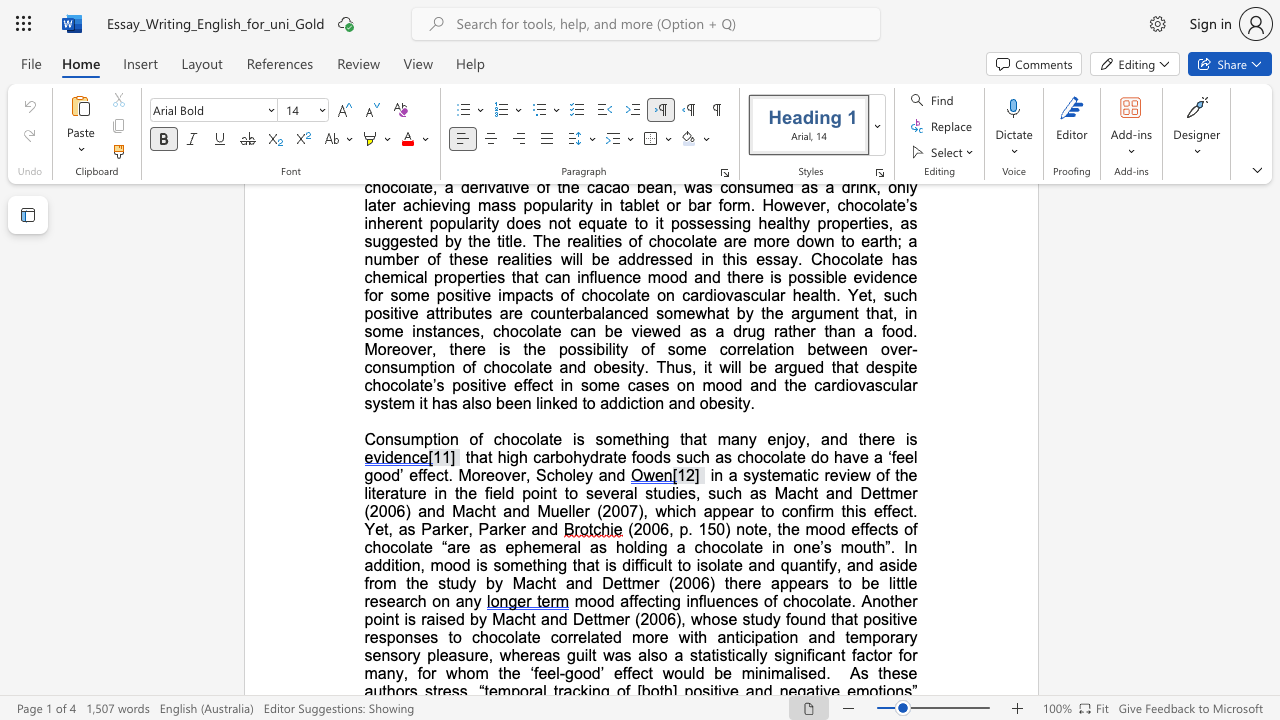 The width and height of the screenshot is (1280, 720). Describe the element at coordinates (520, 528) in the screenshot. I see `the subset text "r a" within the text "this effect. Yet, as Parker, Parker and"` at that location.